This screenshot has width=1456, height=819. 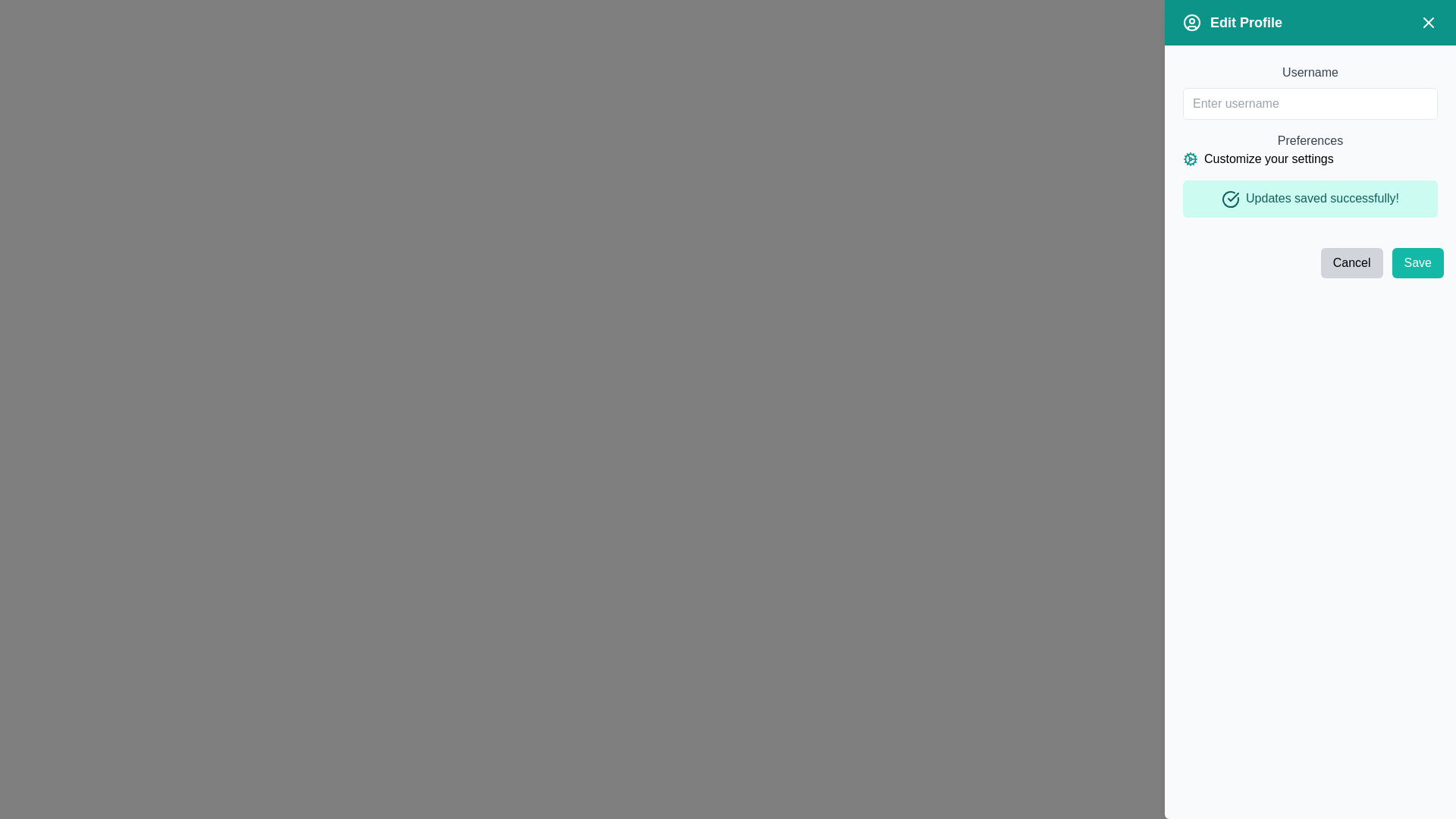 What do you see at coordinates (1310, 158) in the screenshot?
I see `the text with accompanying icon in the 'Preferences' block of the settings menu to modify user account settings or preferences` at bounding box center [1310, 158].